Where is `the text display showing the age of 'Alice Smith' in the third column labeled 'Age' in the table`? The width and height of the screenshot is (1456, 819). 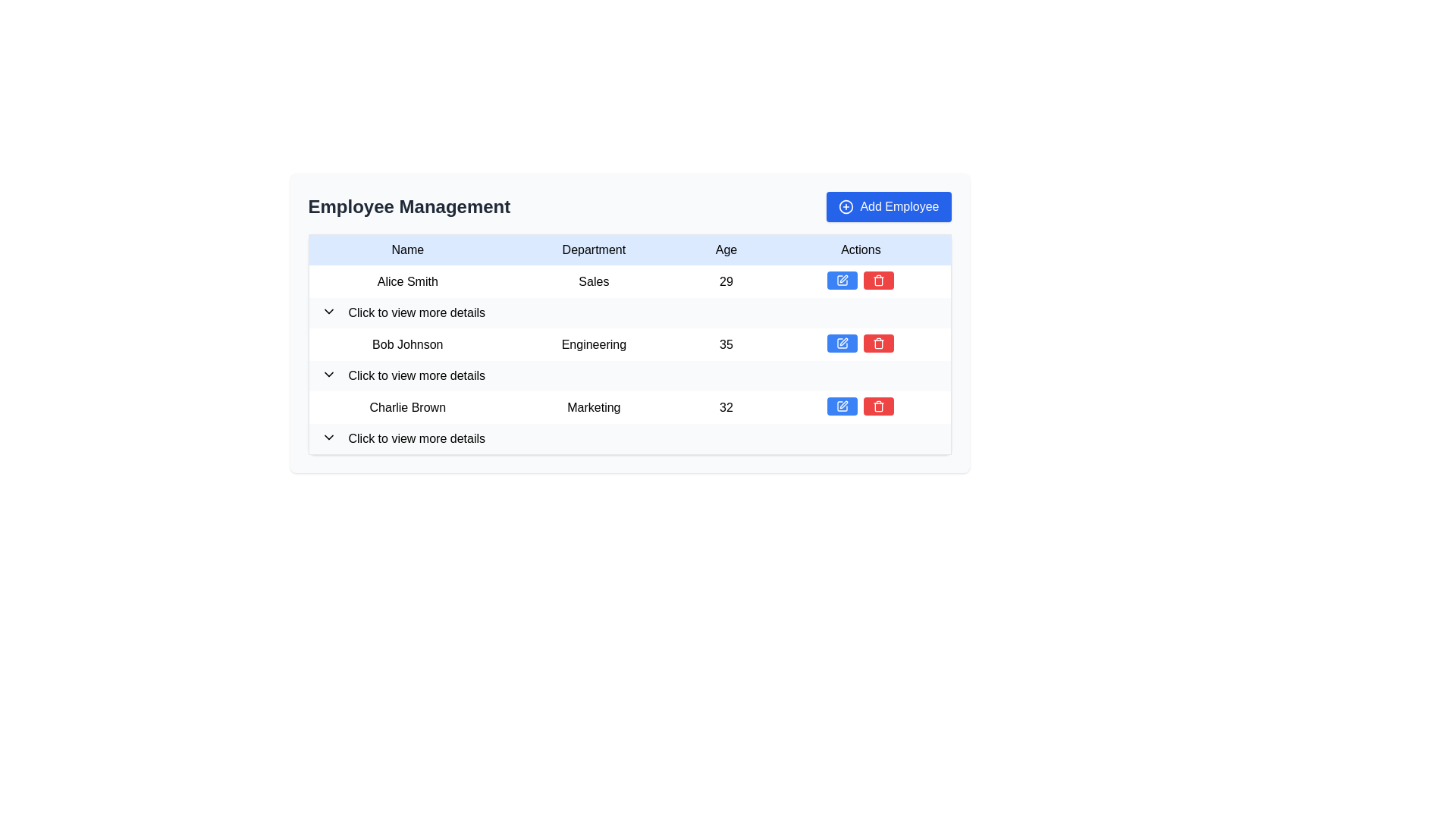
the text display showing the age of 'Alice Smith' in the third column labeled 'Age' in the table is located at coordinates (726, 281).